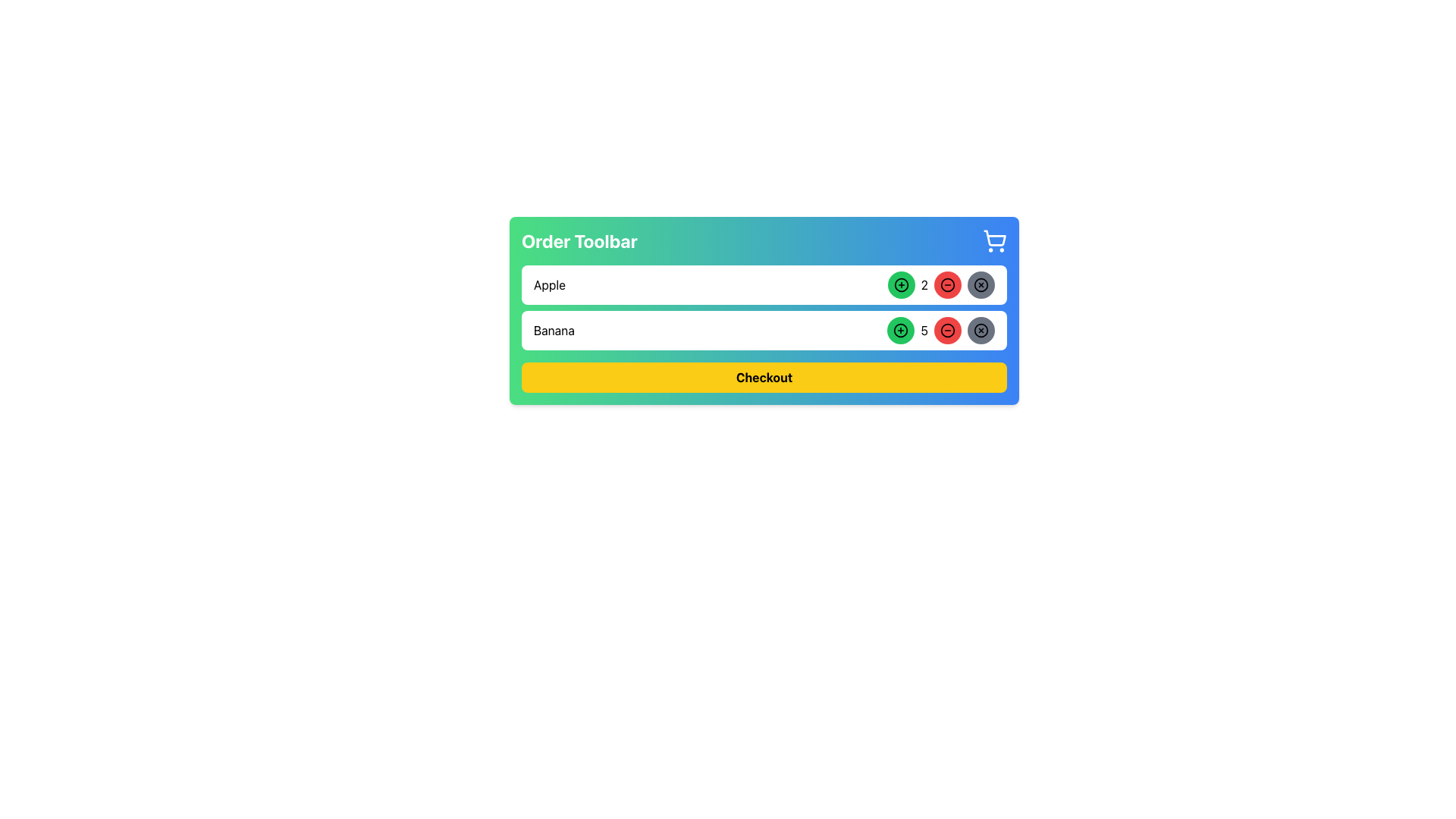 This screenshot has width=1456, height=819. I want to click on the circular gray button with a black cross symbol ('x'), so click(981, 284).